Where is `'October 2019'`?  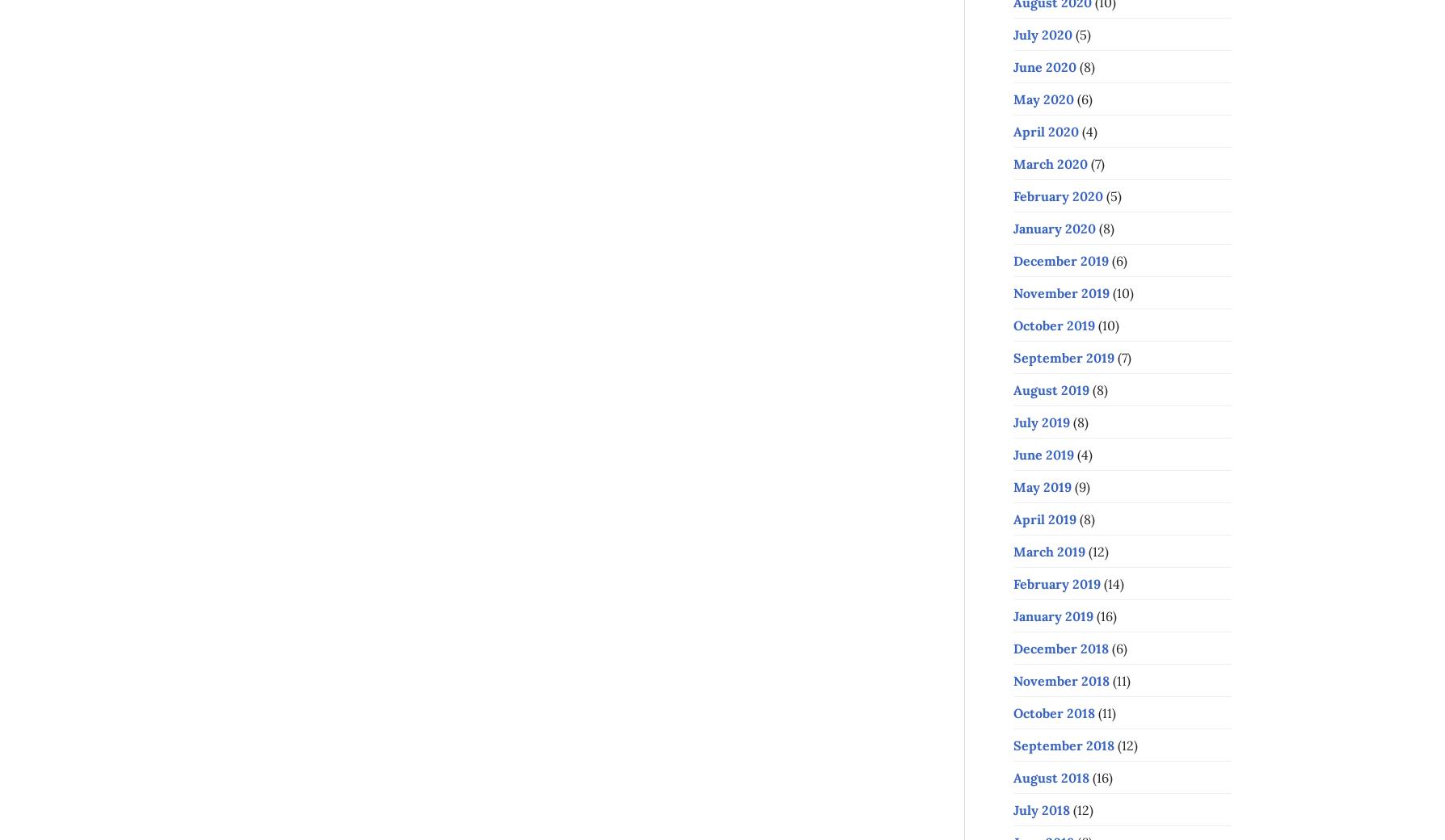 'October 2019' is located at coordinates (1053, 324).